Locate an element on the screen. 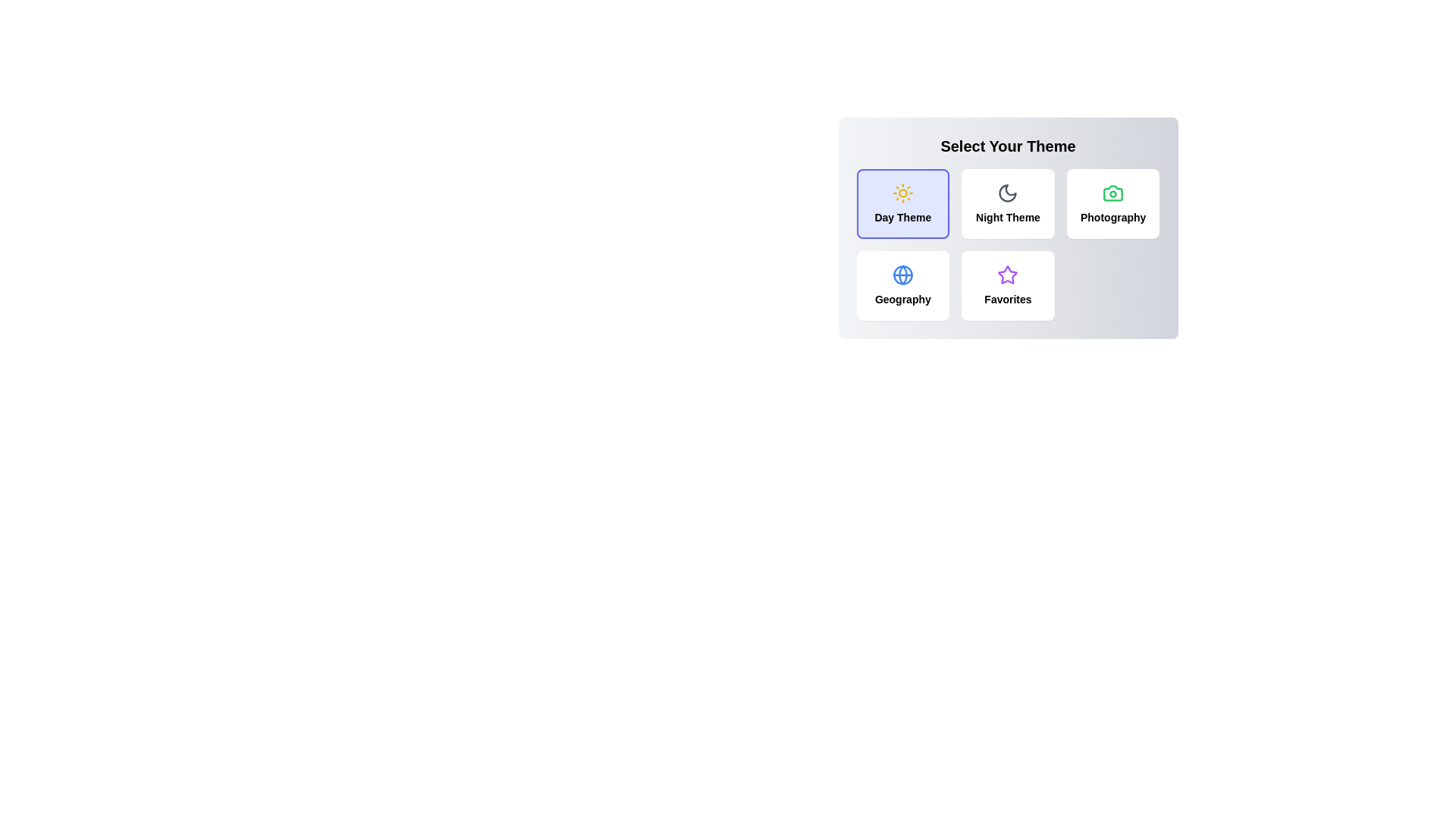  the small circular graphical component located at the center of the sun icon associated with the 'Day Theme' button, which is part of the 'Select Your Theme' options is located at coordinates (902, 192).